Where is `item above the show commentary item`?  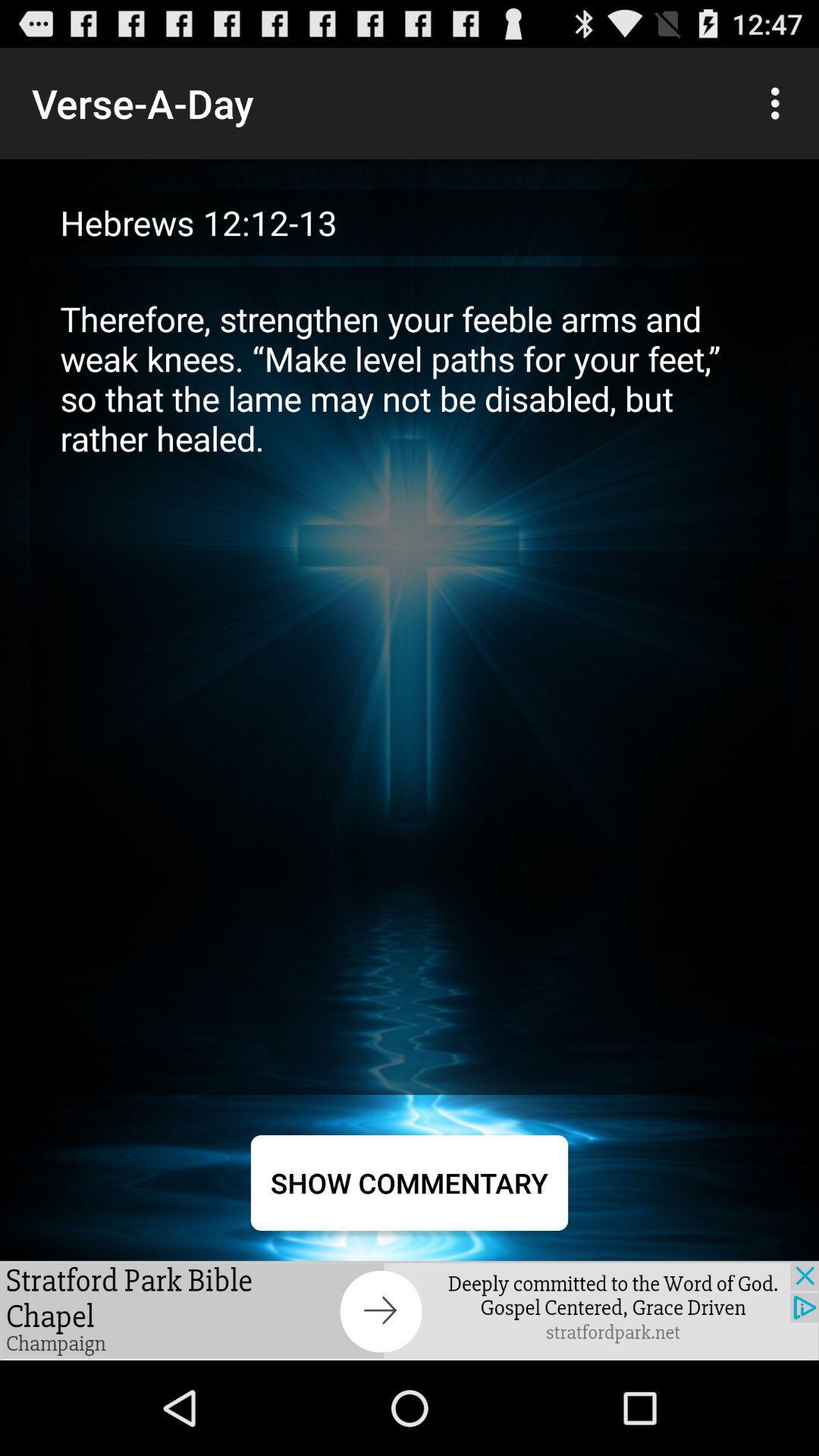 item above the show commentary item is located at coordinates (409, 679).